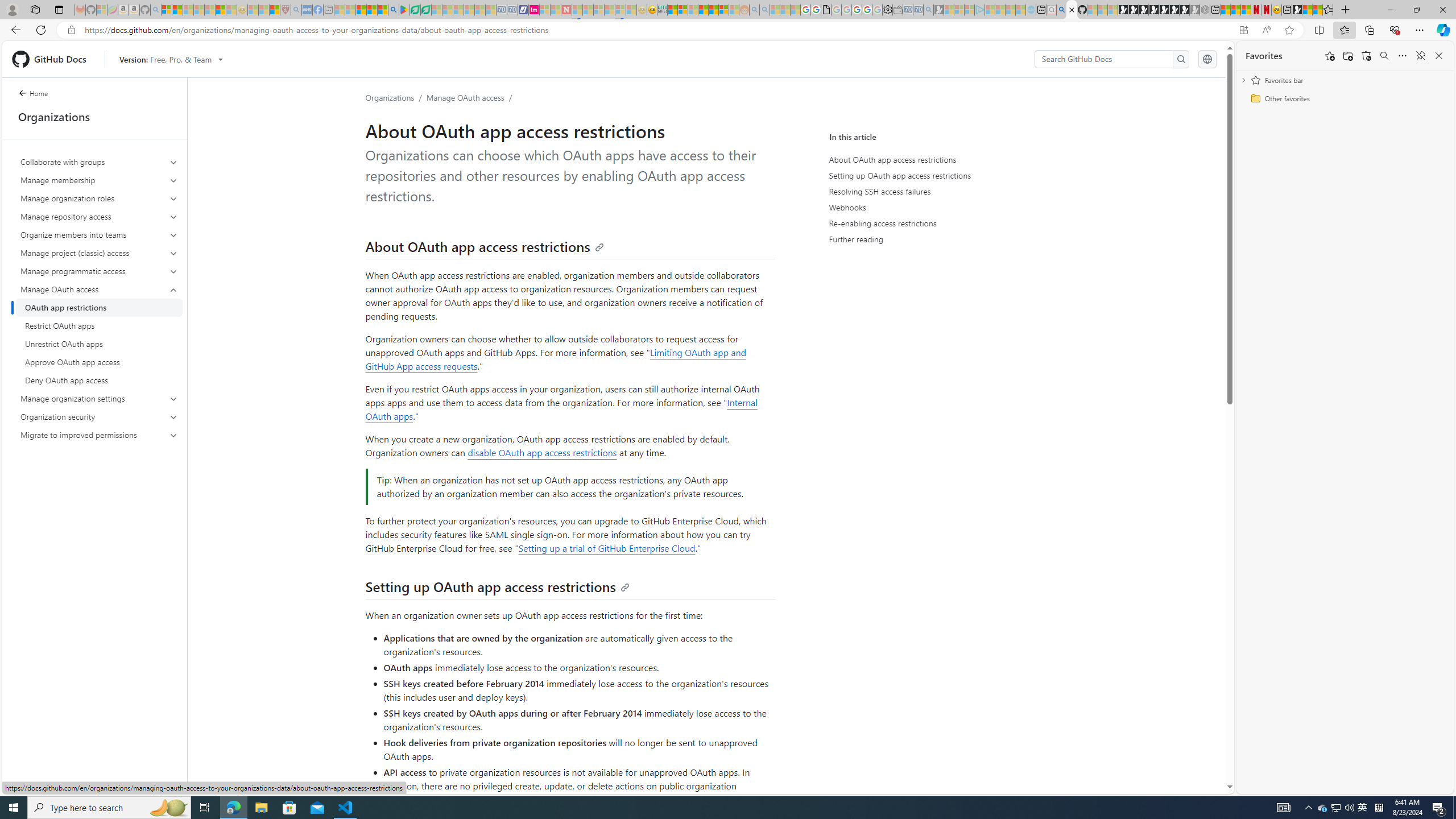 This screenshot has width=1456, height=819. What do you see at coordinates (396, 97) in the screenshot?
I see `'Organizations/'` at bounding box center [396, 97].